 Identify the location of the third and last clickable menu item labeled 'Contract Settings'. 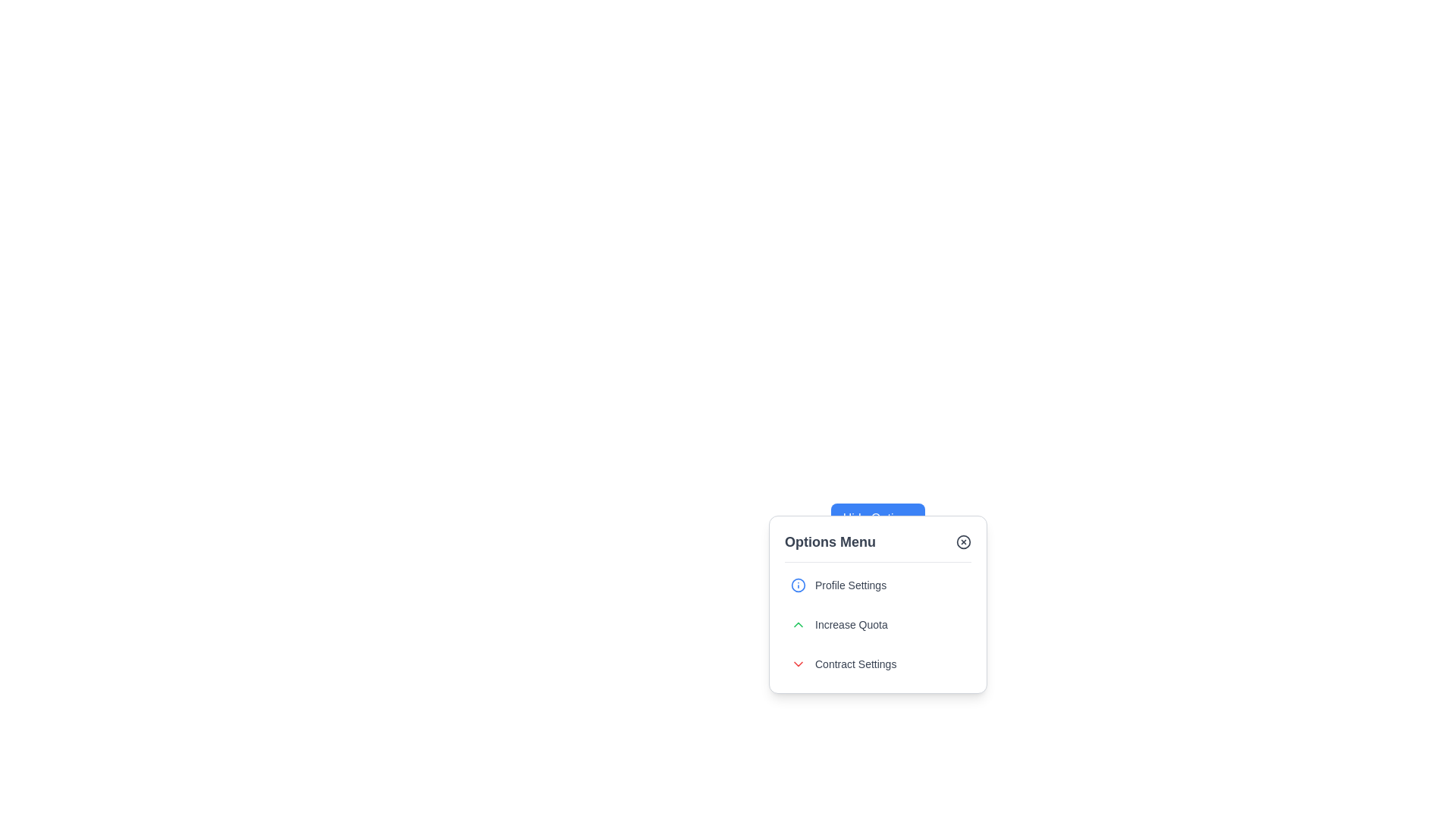
(877, 663).